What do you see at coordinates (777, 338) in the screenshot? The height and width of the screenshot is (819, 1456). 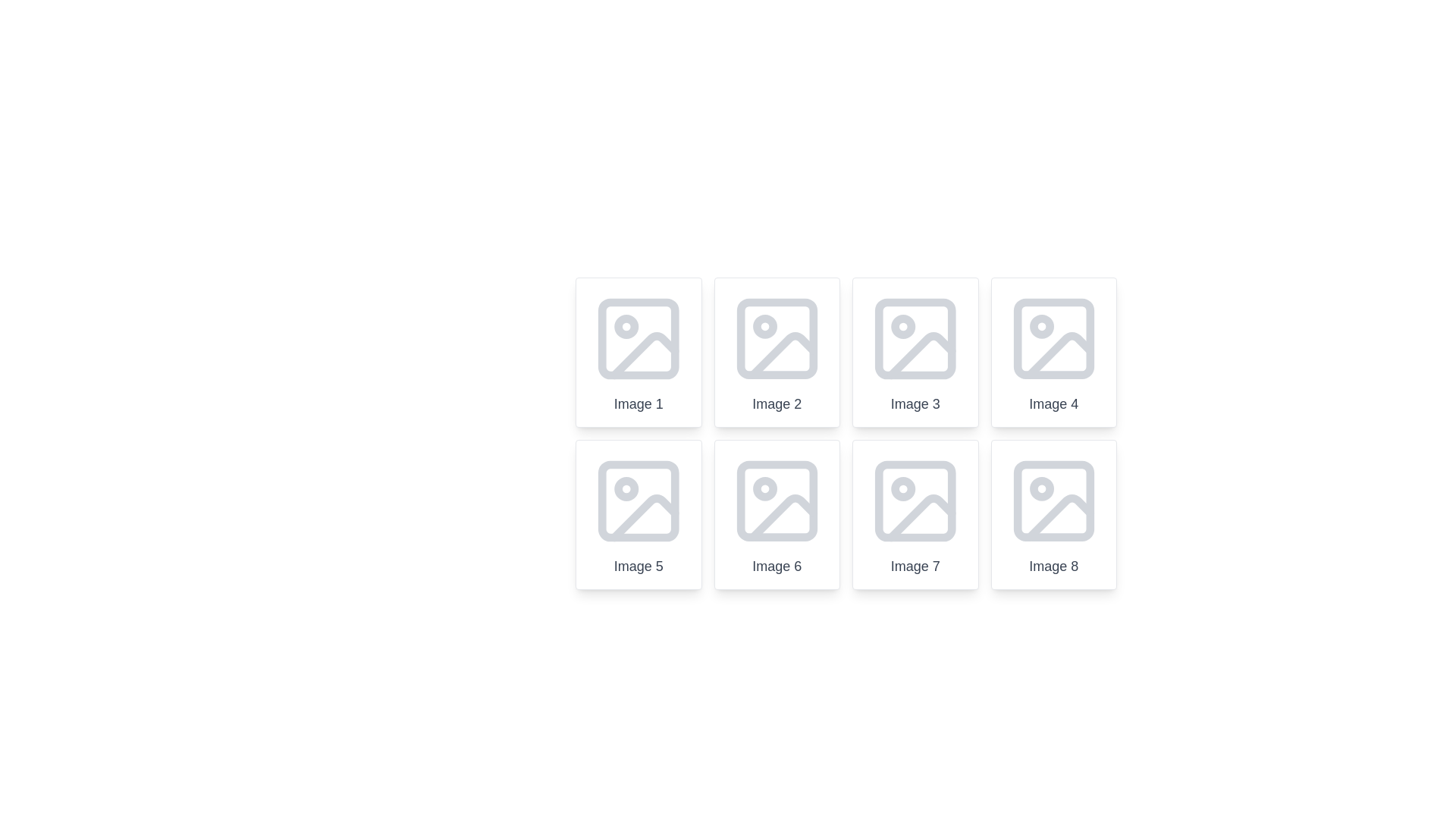 I see `the SVG-based image icon styled in light gray, located in the second column of the first row in a 4x2 grid layout, which is adjacent to 'Image 1' on the left and 'Image 3' on the right` at bounding box center [777, 338].